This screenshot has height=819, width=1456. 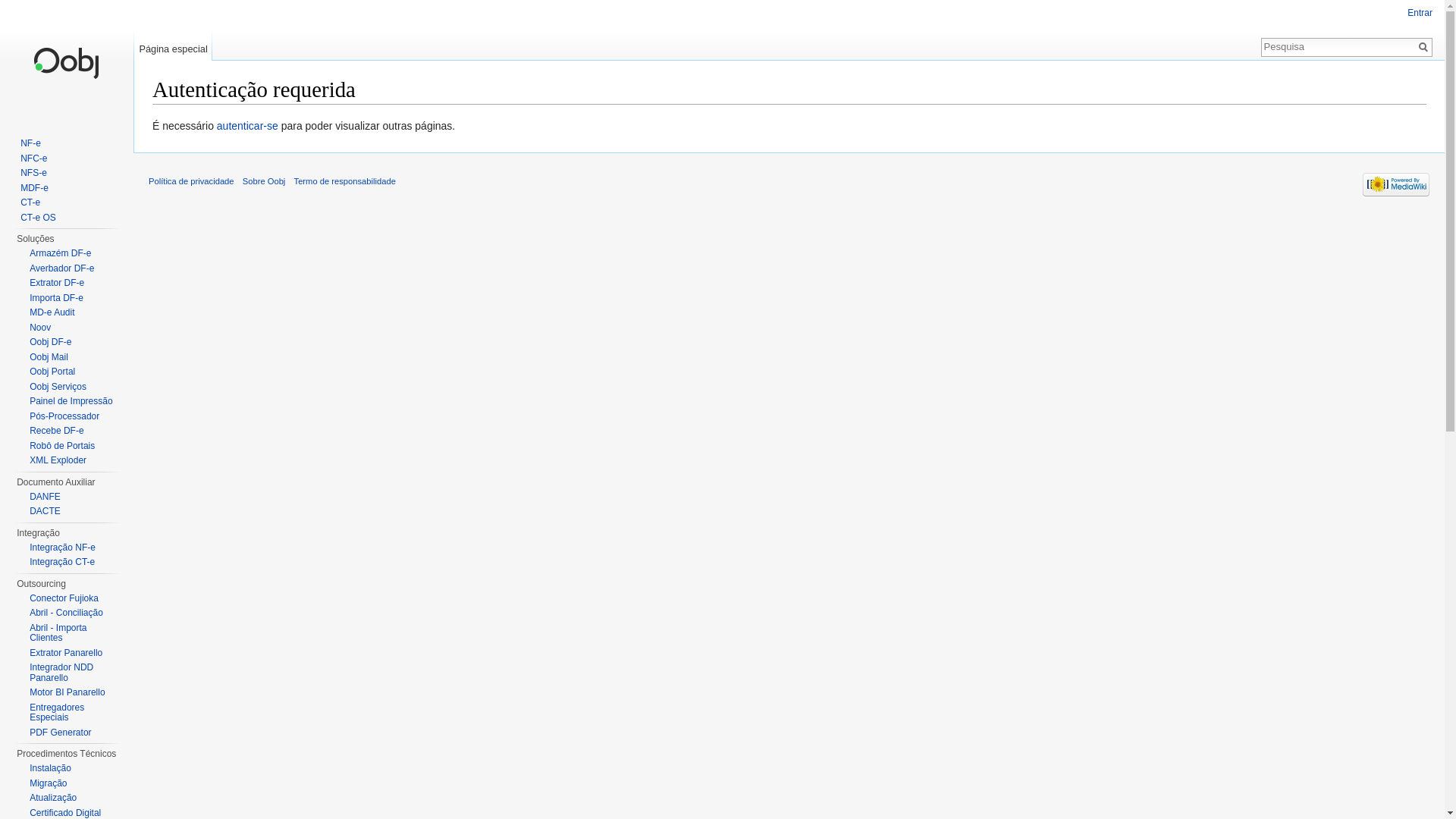 I want to click on 'Averbador DF-e', so click(x=61, y=267).